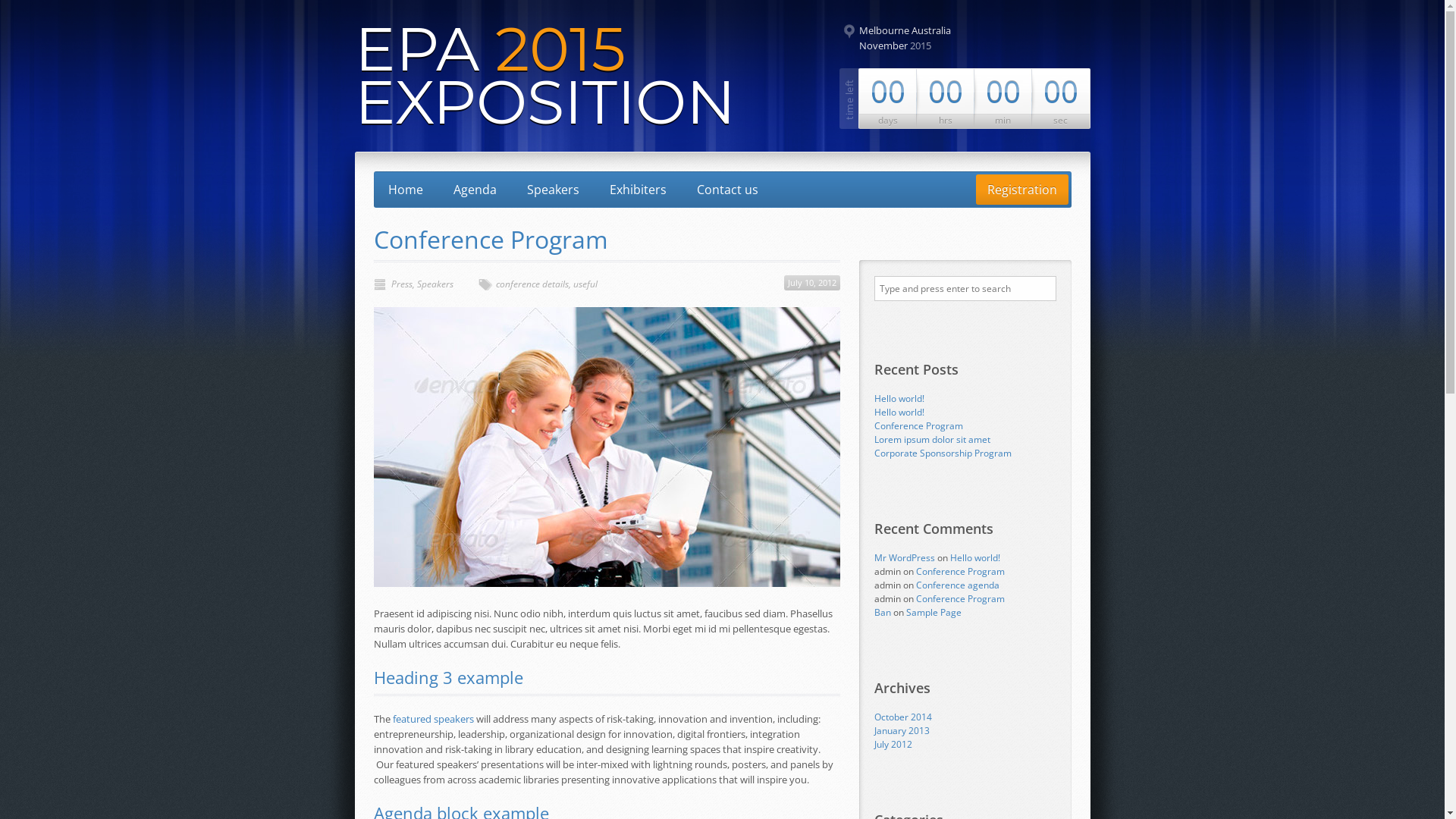 The width and height of the screenshot is (1456, 819). I want to click on 'July 2012', so click(892, 743).